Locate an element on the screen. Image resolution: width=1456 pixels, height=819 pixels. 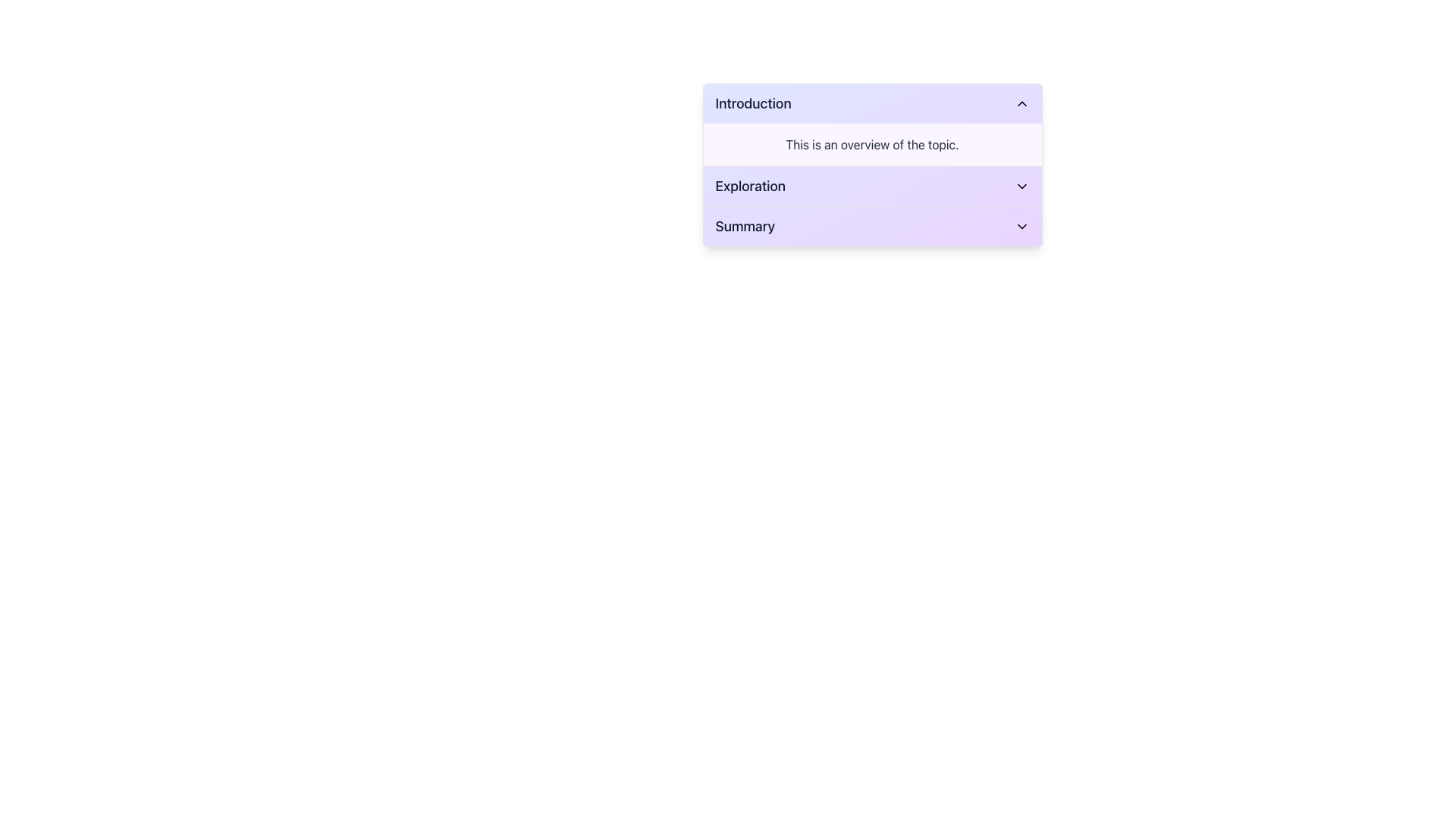
the informational text block located directly below the 'Introduction' heading, which serves as a description and is non-interactive is located at coordinates (872, 145).